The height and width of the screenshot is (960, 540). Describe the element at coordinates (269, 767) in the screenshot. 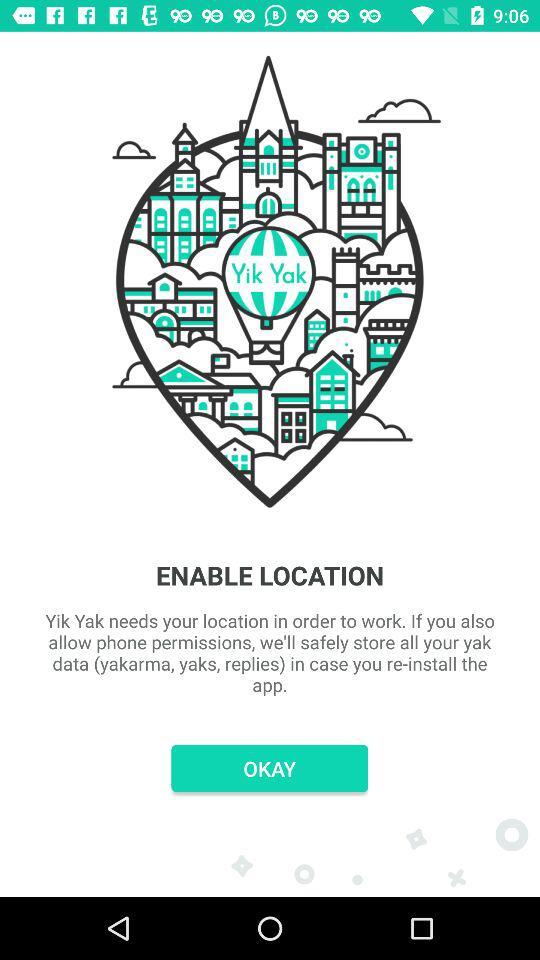

I see `the item below yik yak needs` at that location.